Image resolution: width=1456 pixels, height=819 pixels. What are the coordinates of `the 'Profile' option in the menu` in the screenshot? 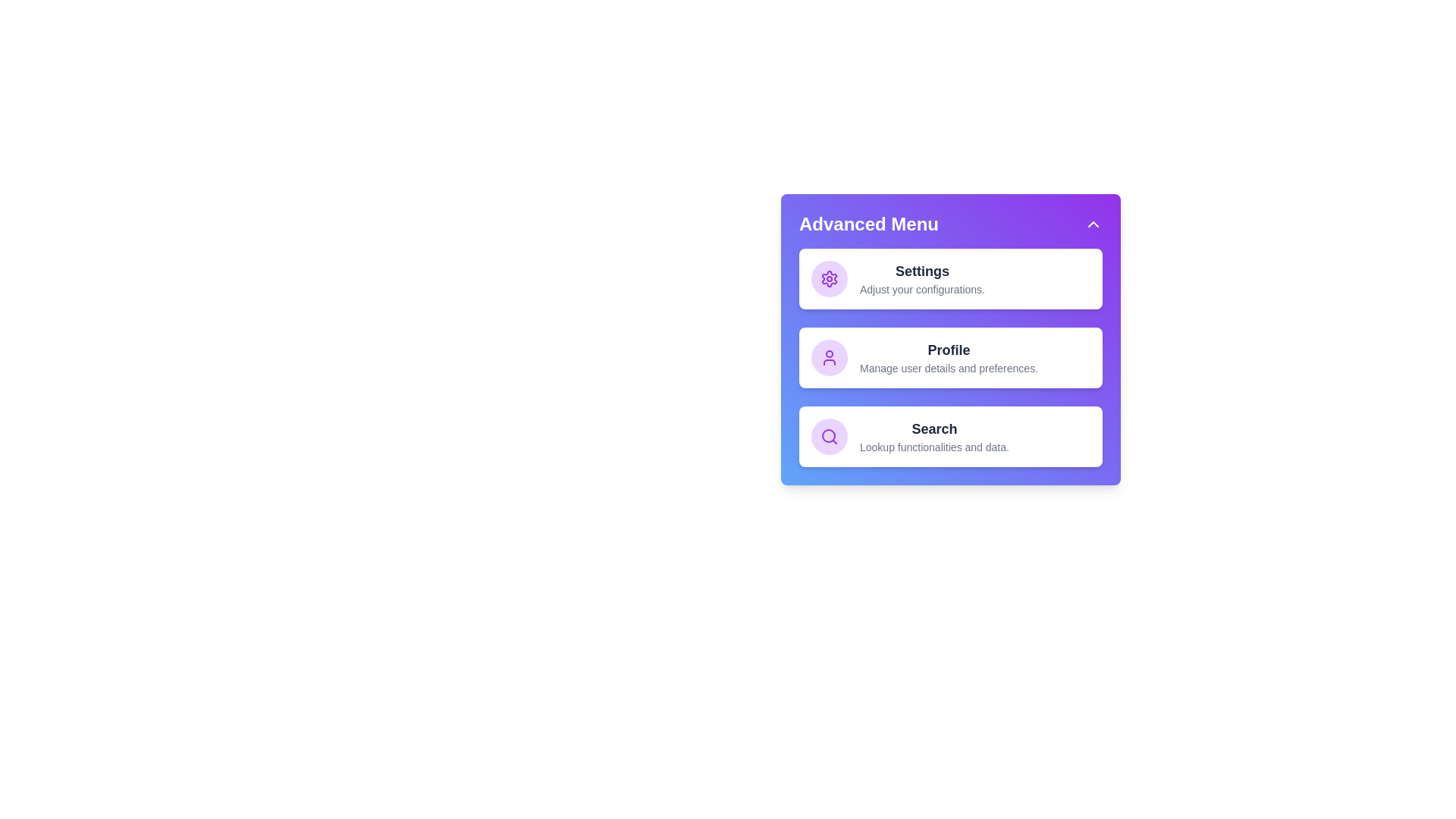 It's located at (948, 357).